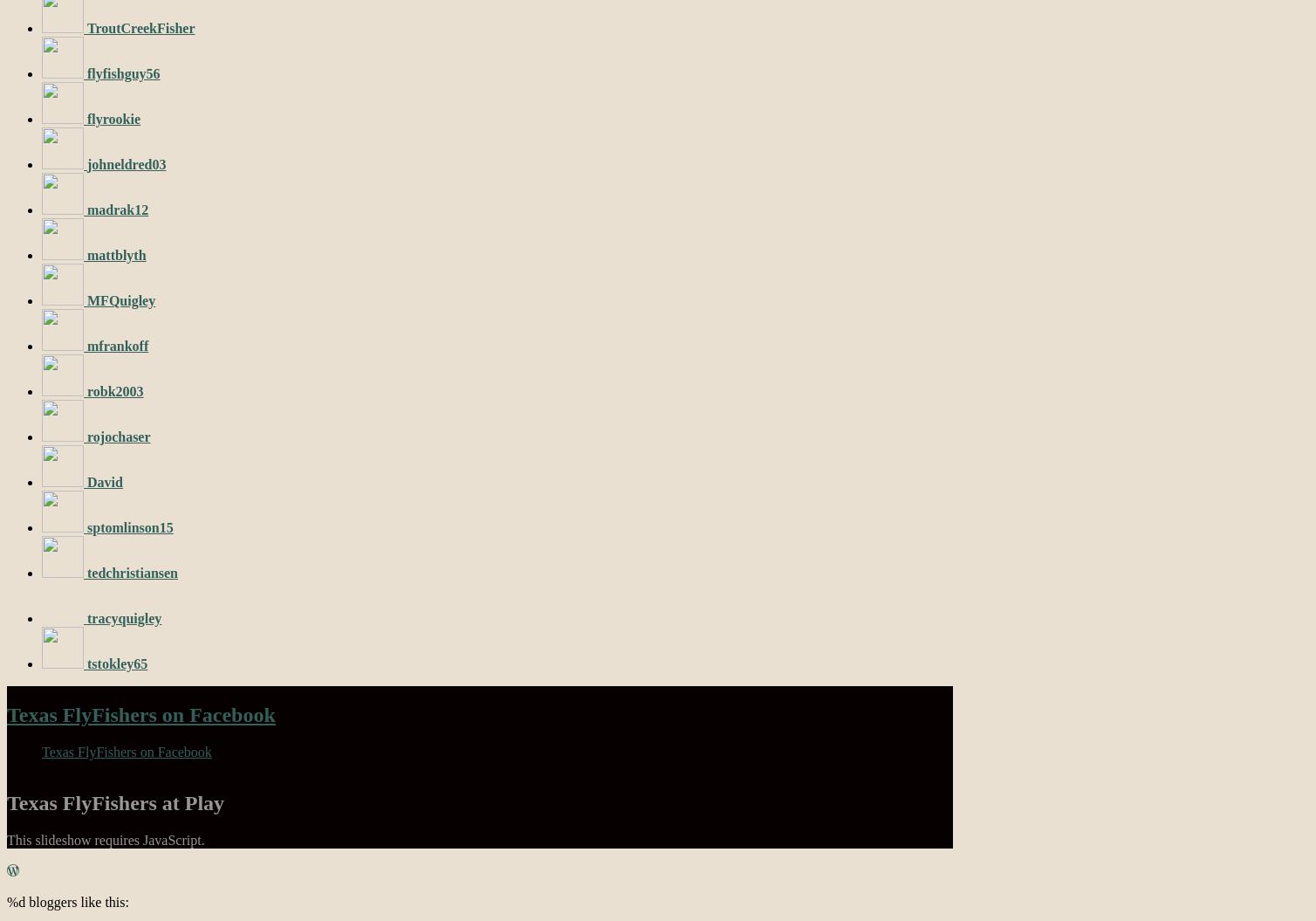  What do you see at coordinates (105, 481) in the screenshot?
I see `'David'` at bounding box center [105, 481].